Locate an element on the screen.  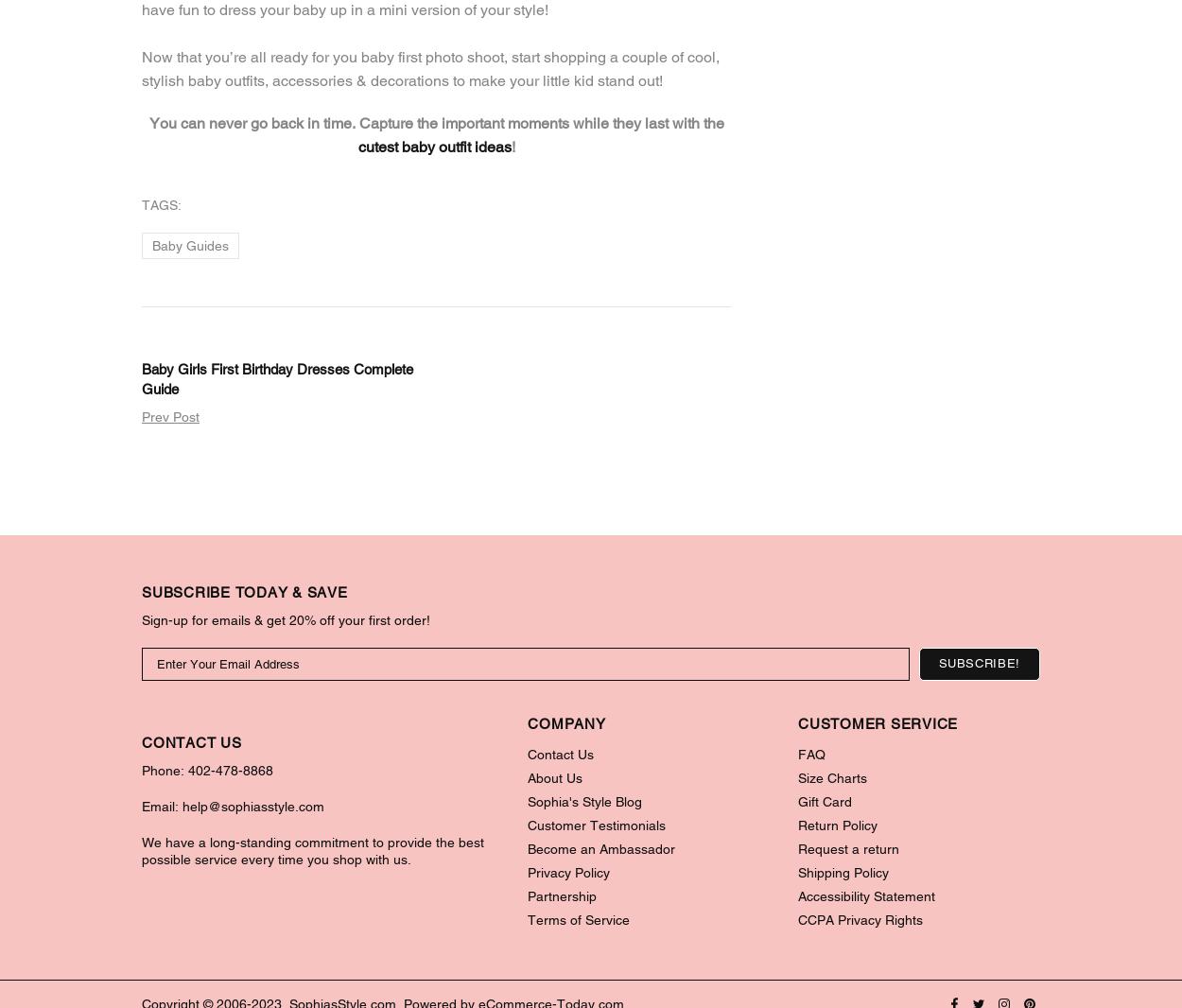
'We have a long-standing commitment to provide the best possible service every time you shop with us.' is located at coordinates (312, 849).